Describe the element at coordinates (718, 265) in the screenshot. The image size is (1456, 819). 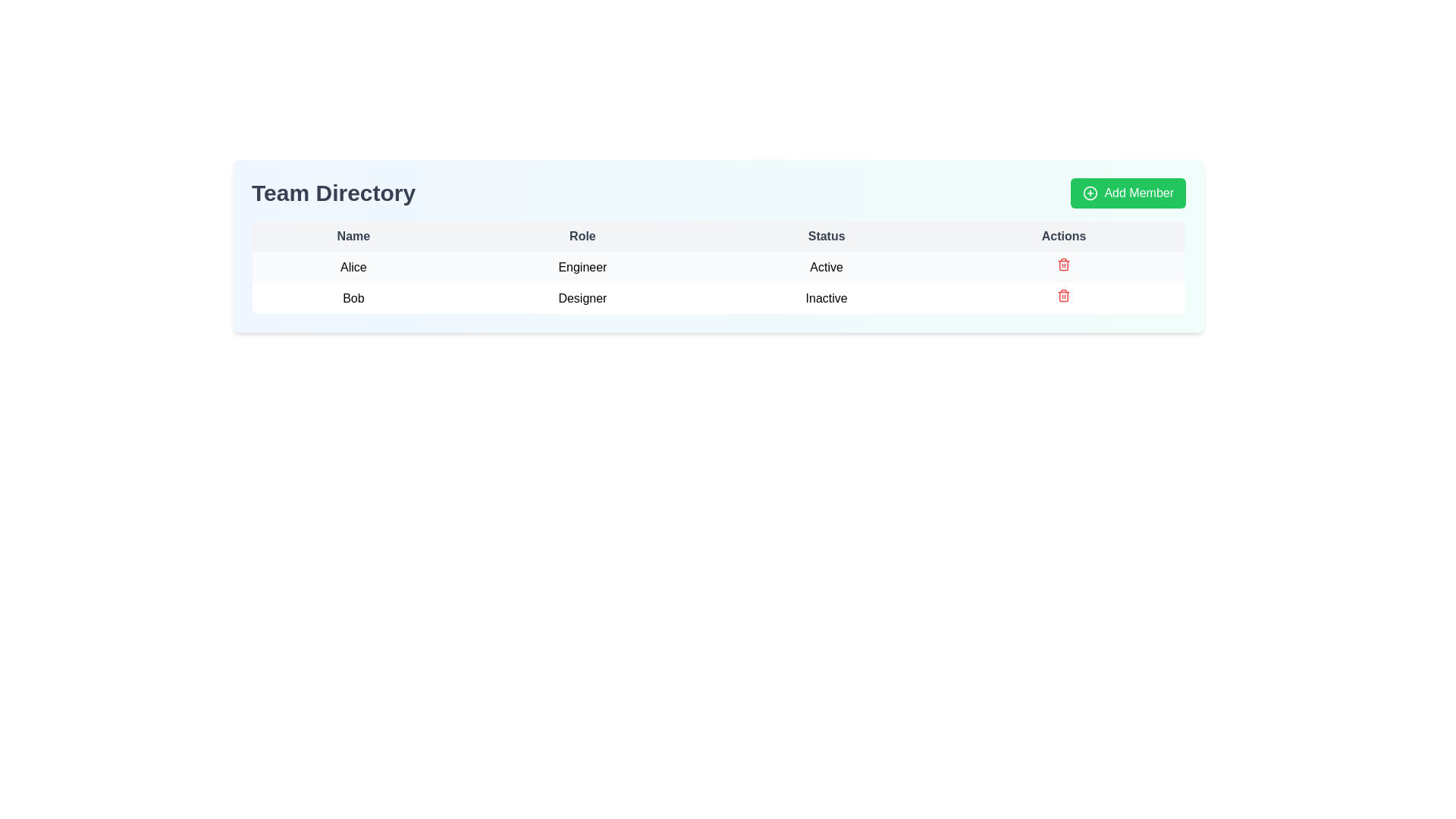
I see `keyboard navigation` at that location.